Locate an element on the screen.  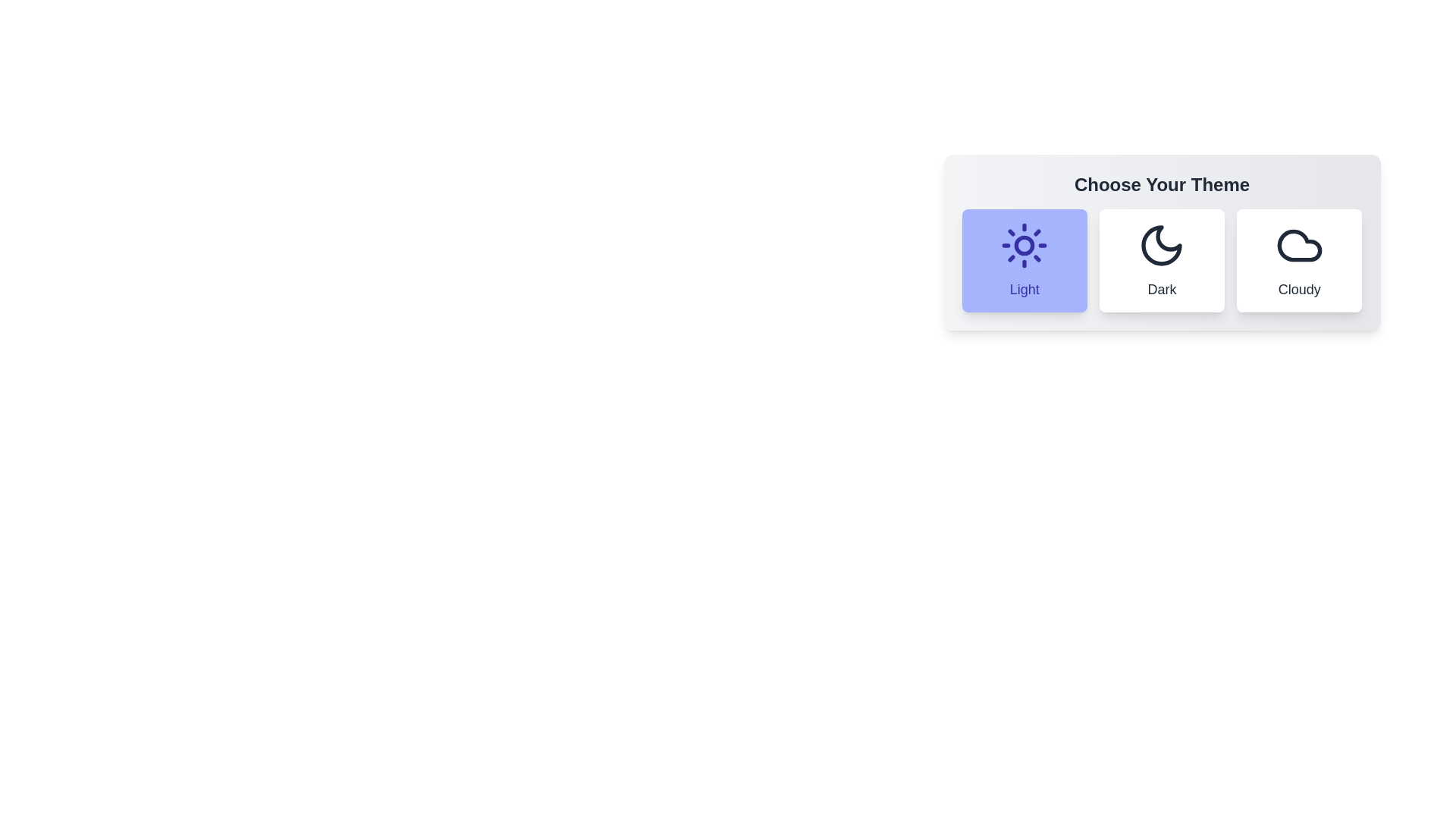
the 'Light', 'Dark', or 'Cloudy' theme option in the theme selection panel located at the top center of the application is located at coordinates (1161, 242).